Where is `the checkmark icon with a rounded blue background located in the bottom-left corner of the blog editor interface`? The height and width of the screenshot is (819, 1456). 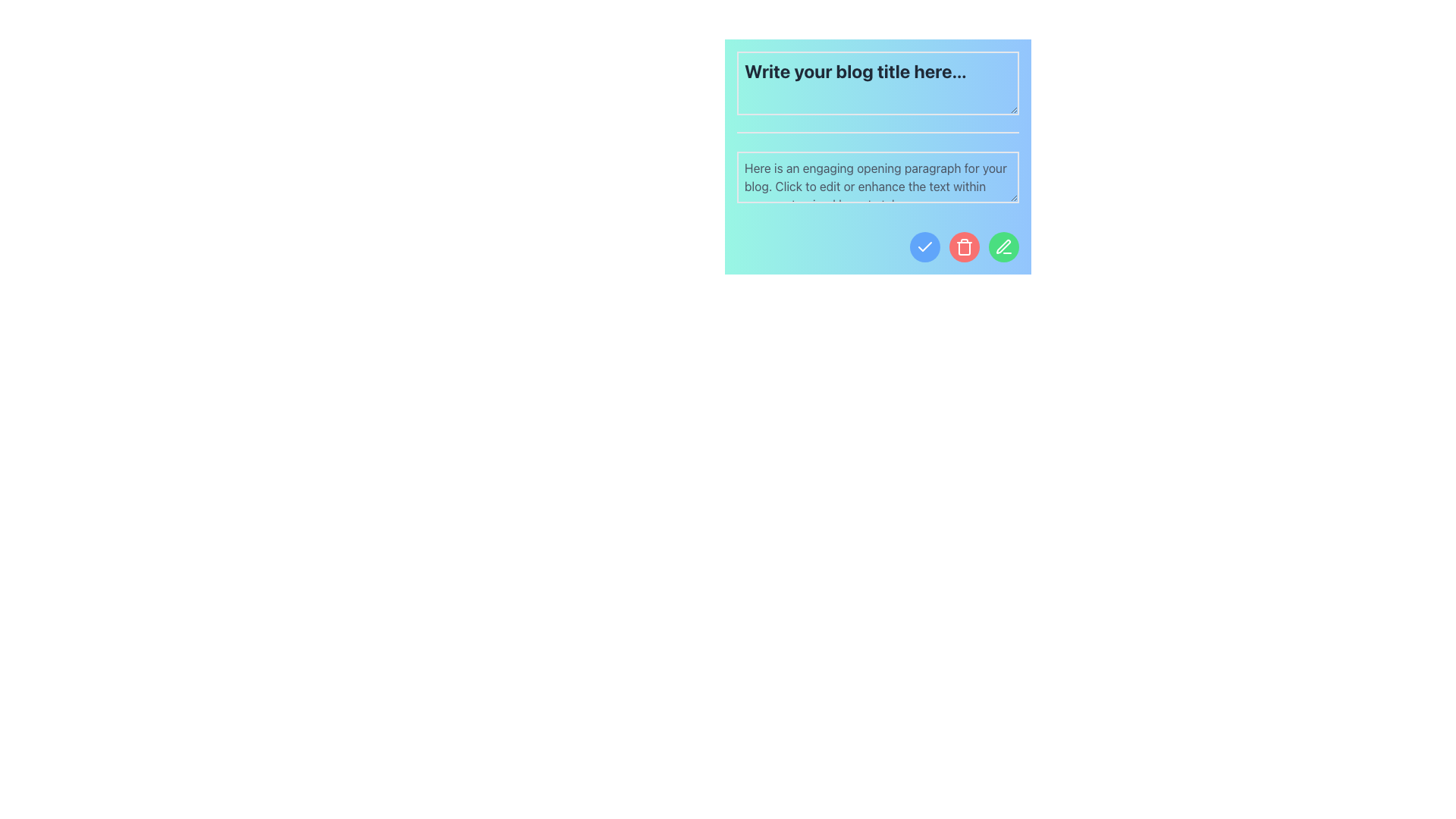 the checkmark icon with a rounded blue background located in the bottom-left corner of the blog editor interface is located at coordinates (924, 246).